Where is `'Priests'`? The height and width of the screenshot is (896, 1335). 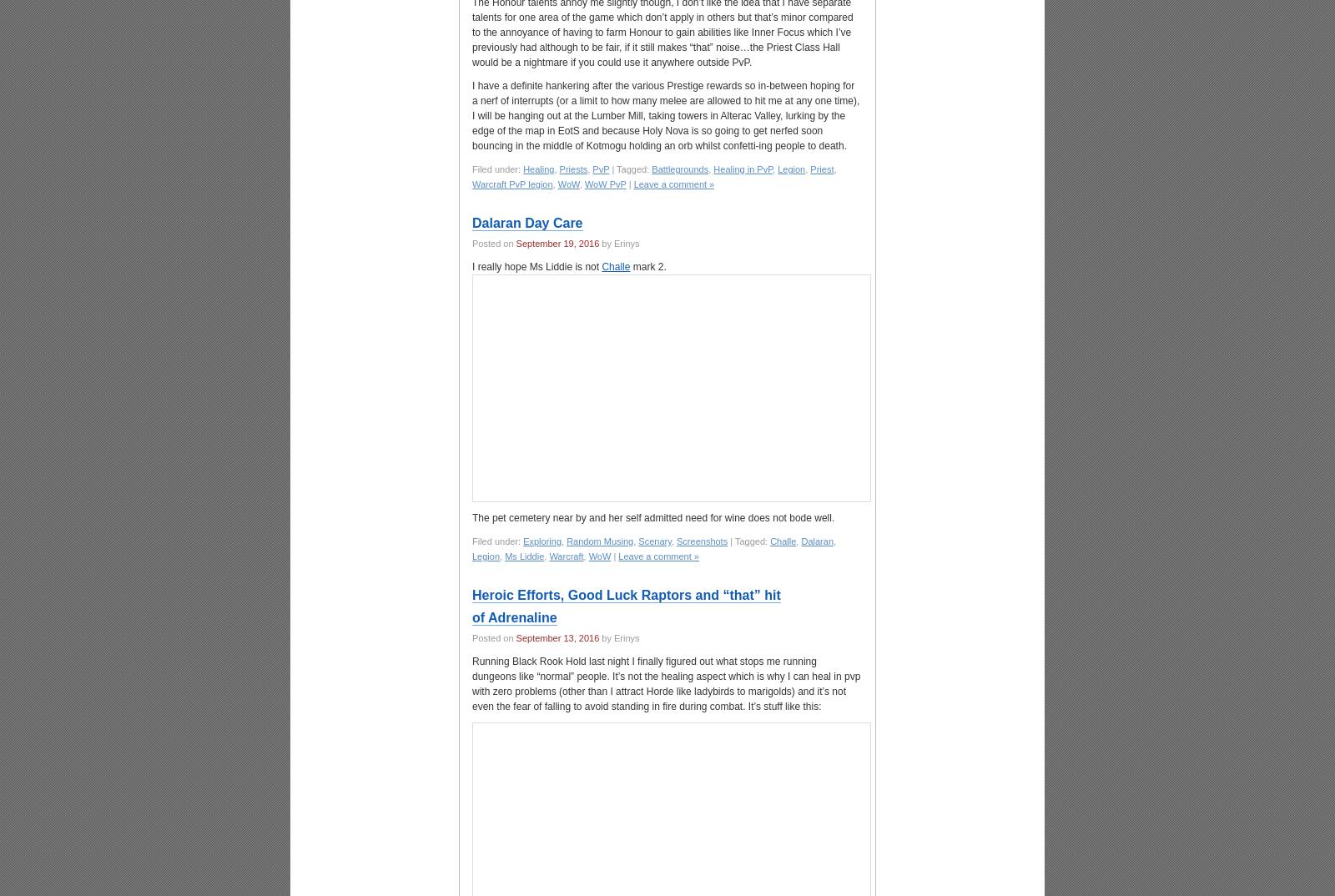
'Priests' is located at coordinates (573, 169).